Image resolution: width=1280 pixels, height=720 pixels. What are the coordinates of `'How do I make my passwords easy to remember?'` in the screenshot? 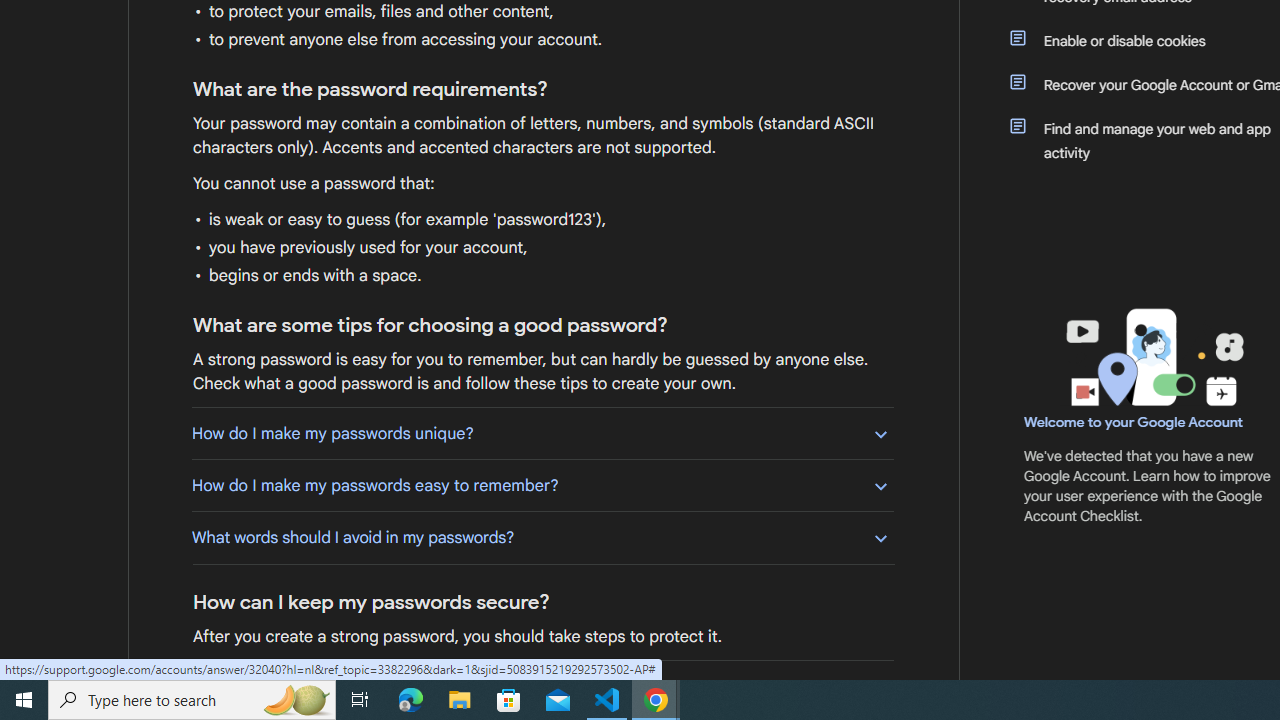 It's located at (542, 485).